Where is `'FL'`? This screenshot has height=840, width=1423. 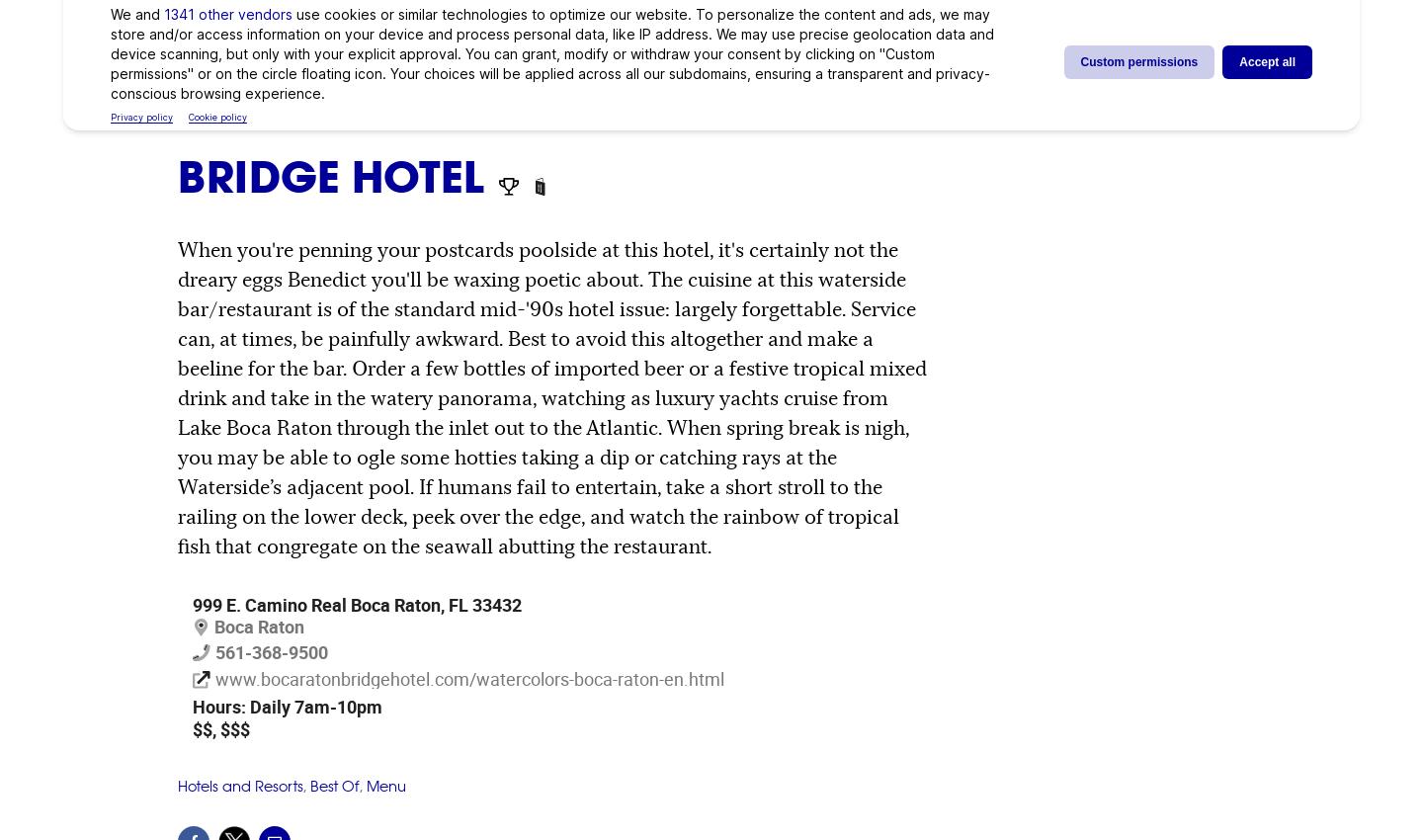
'FL' is located at coordinates (449, 602).